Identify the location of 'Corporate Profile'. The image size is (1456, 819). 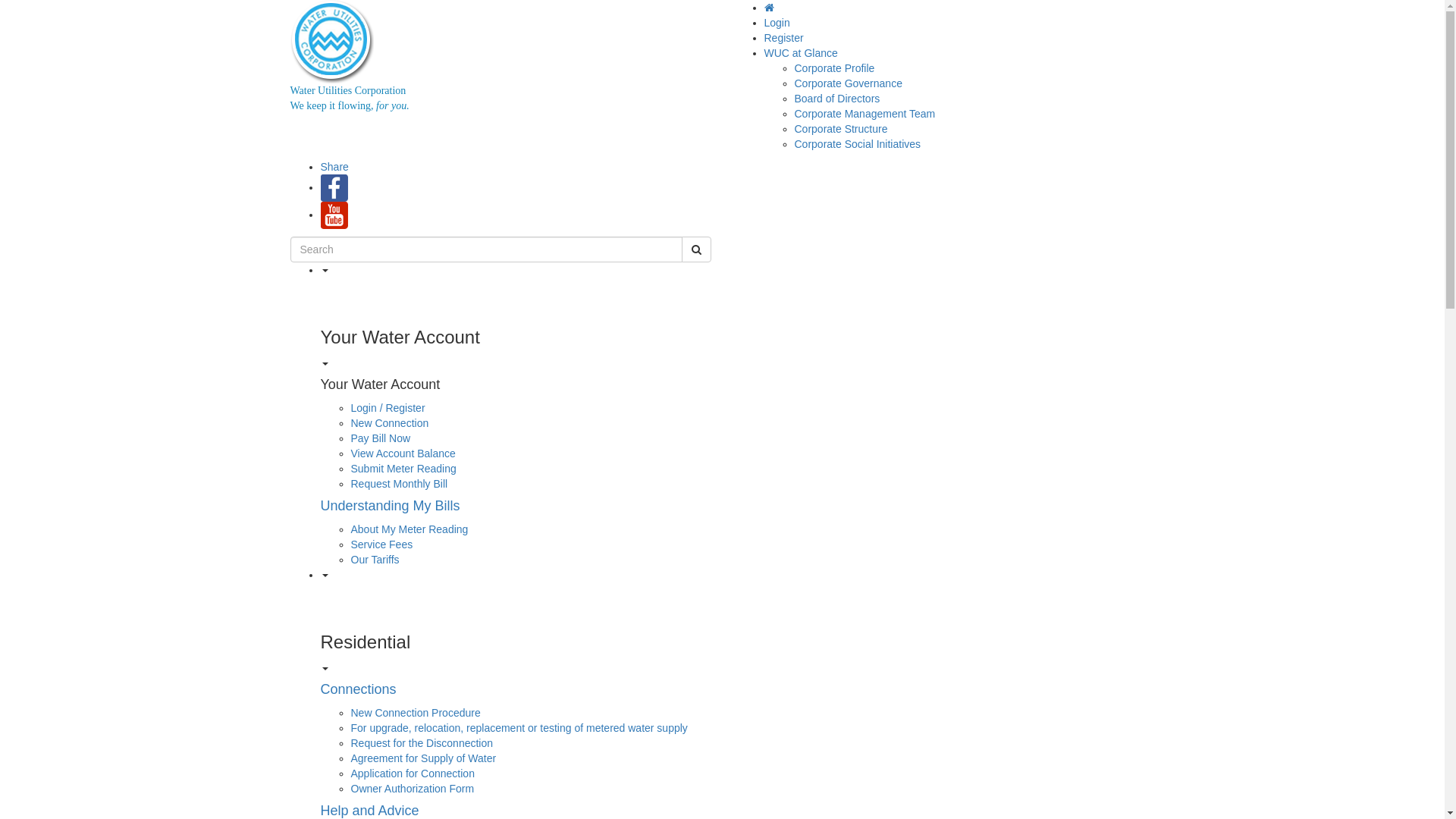
(793, 67).